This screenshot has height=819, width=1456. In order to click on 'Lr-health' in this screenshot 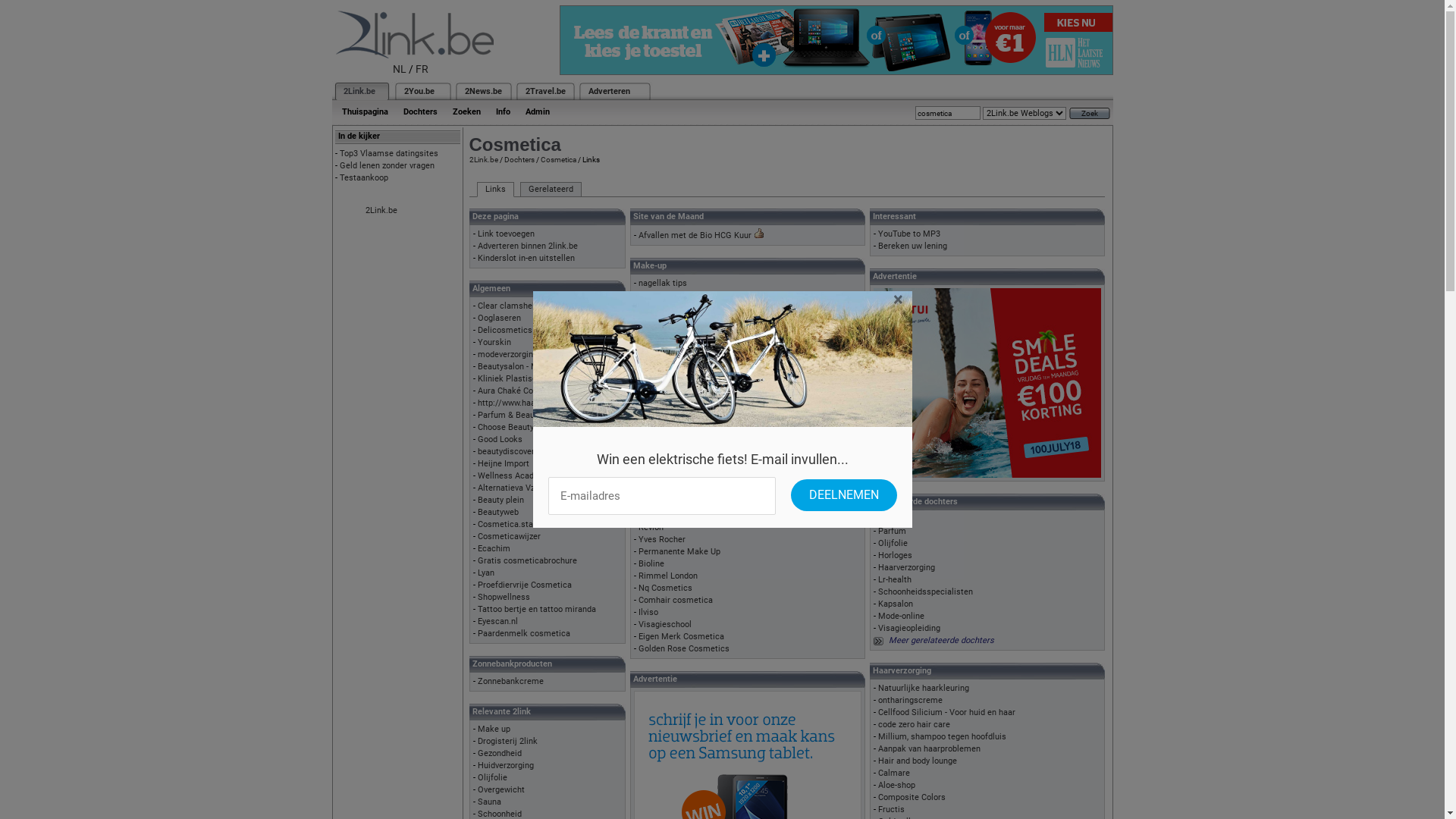, I will do `click(895, 579)`.